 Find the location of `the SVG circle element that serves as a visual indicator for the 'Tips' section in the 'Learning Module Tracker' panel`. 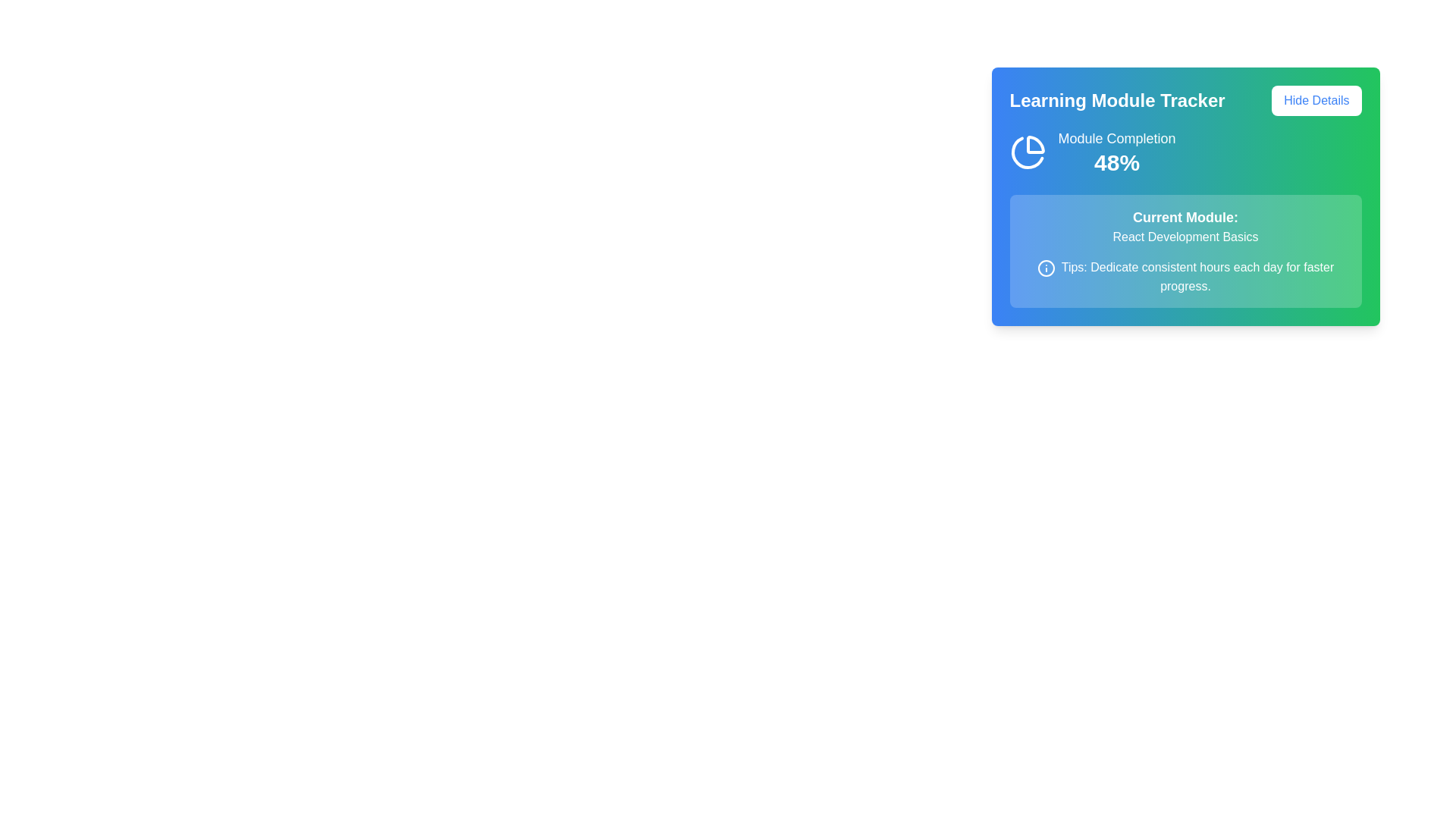

the SVG circle element that serves as a visual indicator for the 'Tips' section in the 'Learning Module Tracker' panel is located at coordinates (1045, 267).